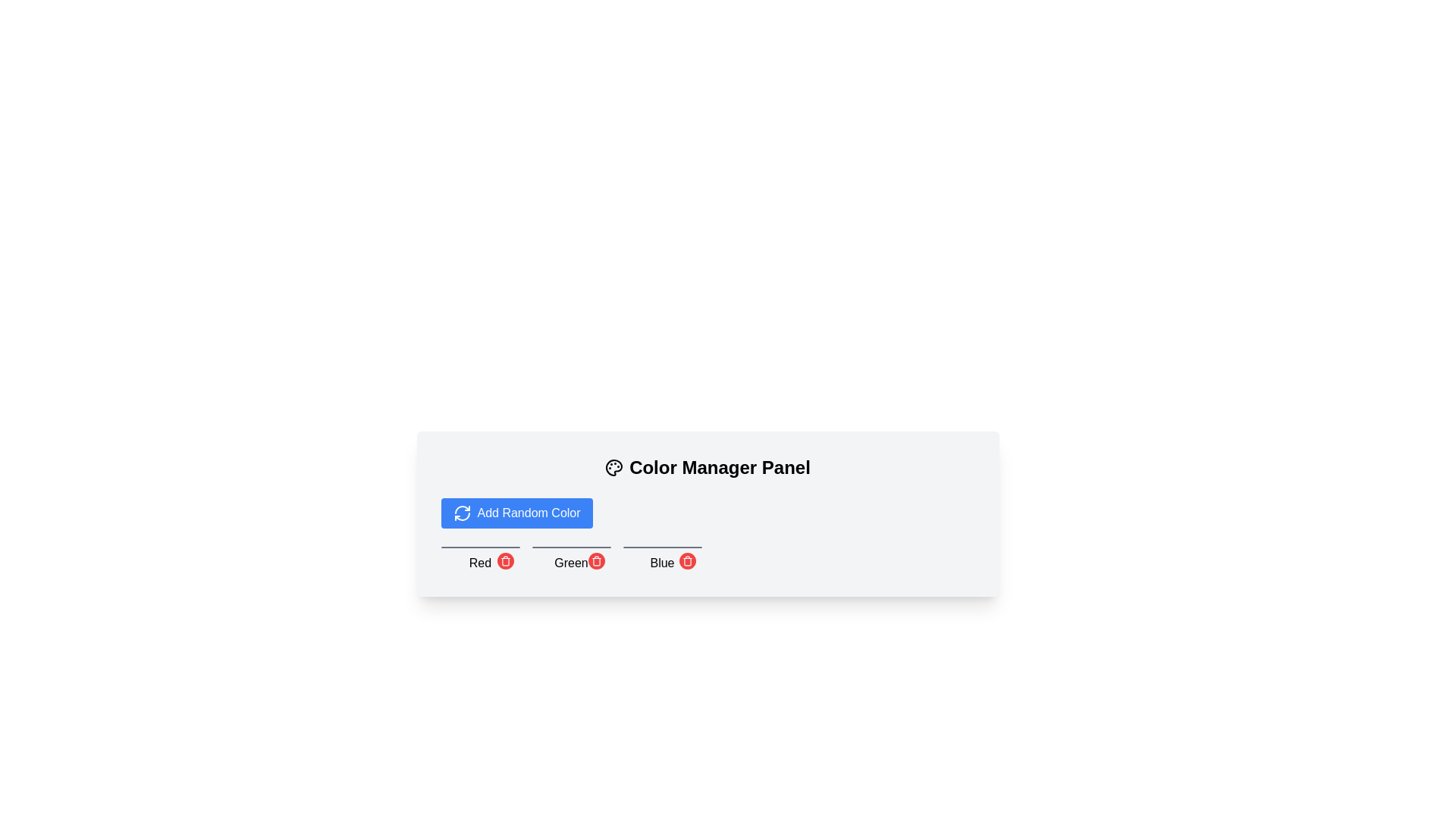 The image size is (1456, 819). What do you see at coordinates (479, 563) in the screenshot?
I see `the text label displaying the word 'Red', which is centered within a small rectangular area and positioned to the left of the 'Green' label` at bounding box center [479, 563].